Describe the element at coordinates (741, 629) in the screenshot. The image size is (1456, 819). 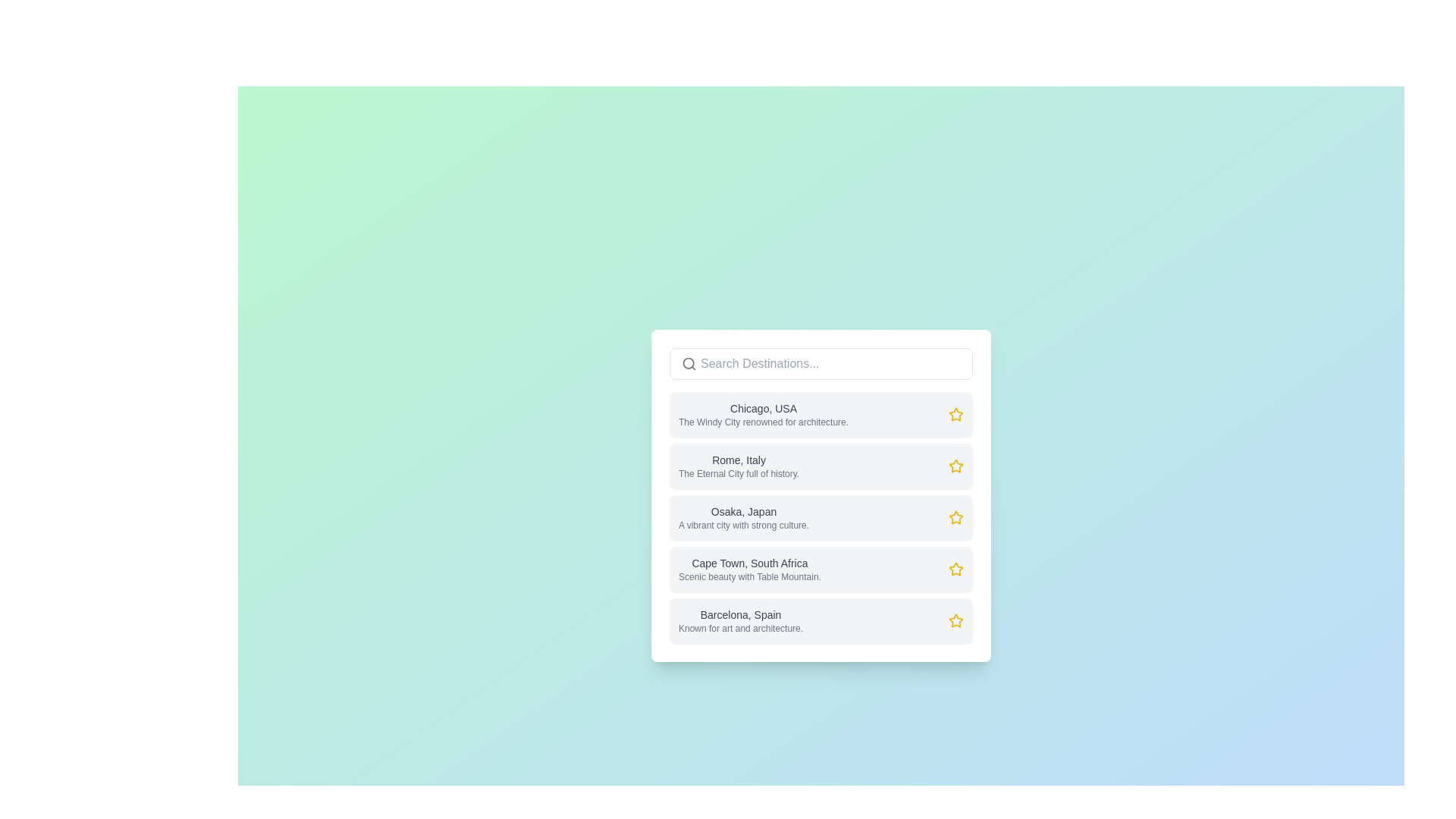
I see `the text label providing additional descriptive information about 'Barcelona, Spain', which is positioned immediately below the text 'Barcelona, Spain' within the list item` at that location.